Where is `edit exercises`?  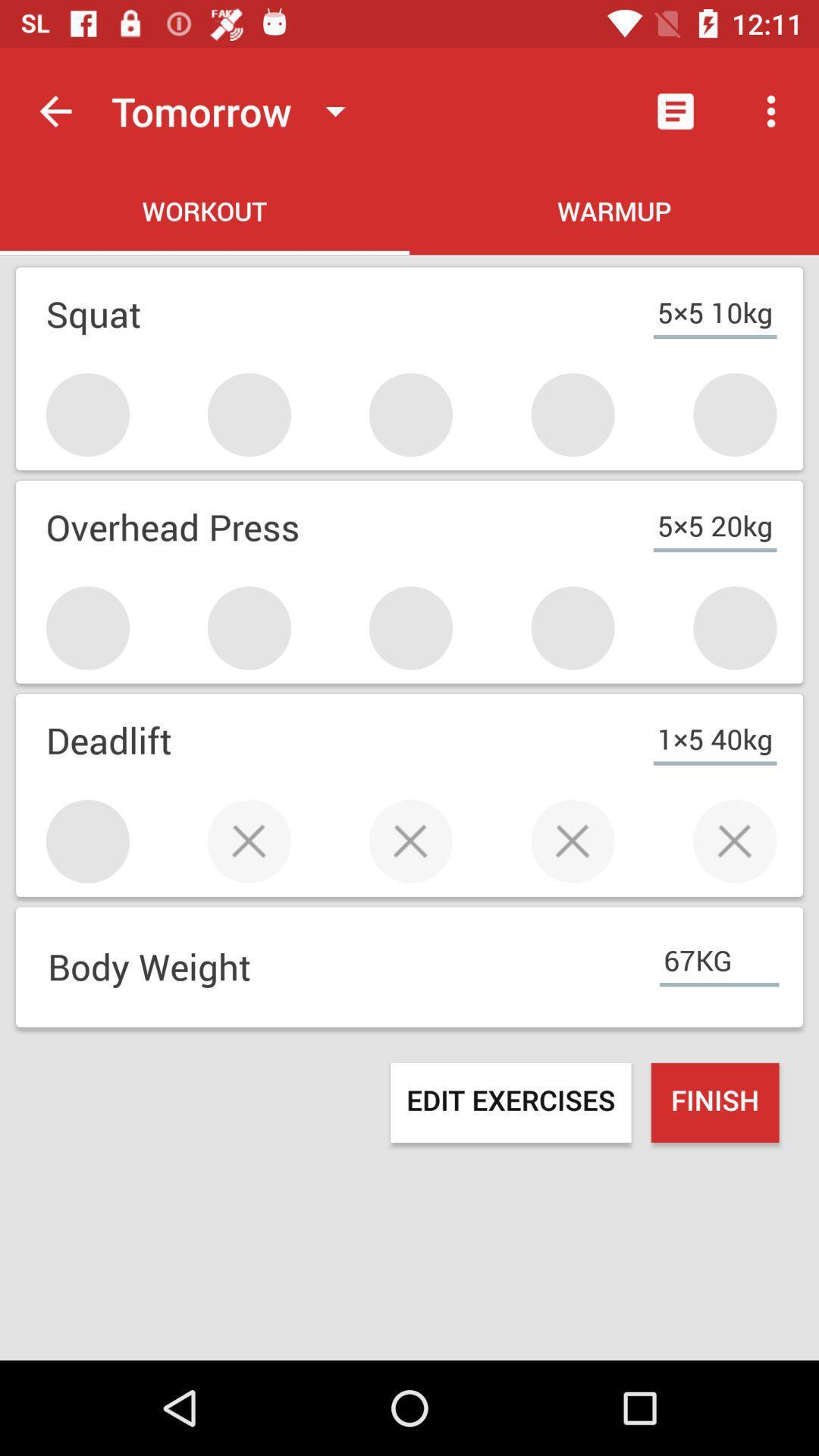
edit exercises is located at coordinates (510, 1103).